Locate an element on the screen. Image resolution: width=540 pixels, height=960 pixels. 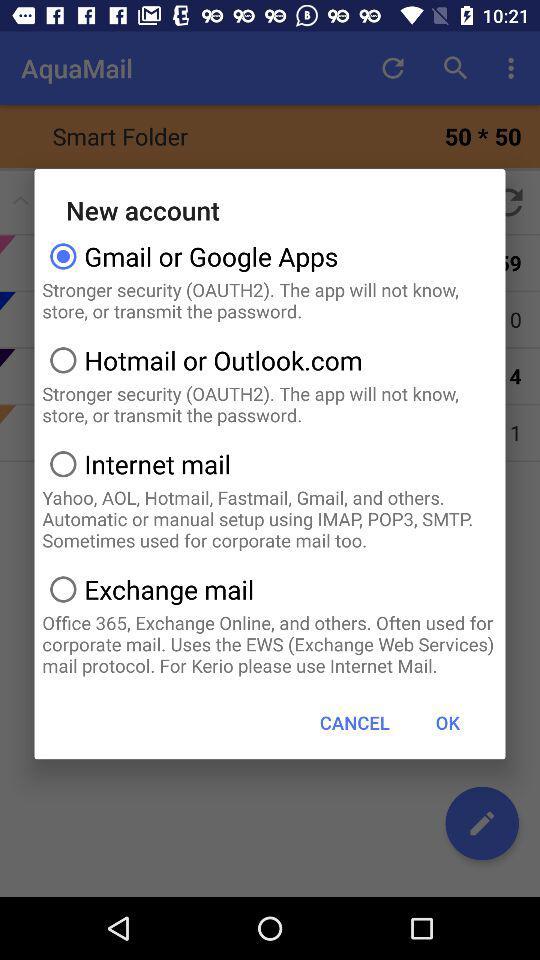
icon to the right of cancel icon is located at coordinates (447, 721).